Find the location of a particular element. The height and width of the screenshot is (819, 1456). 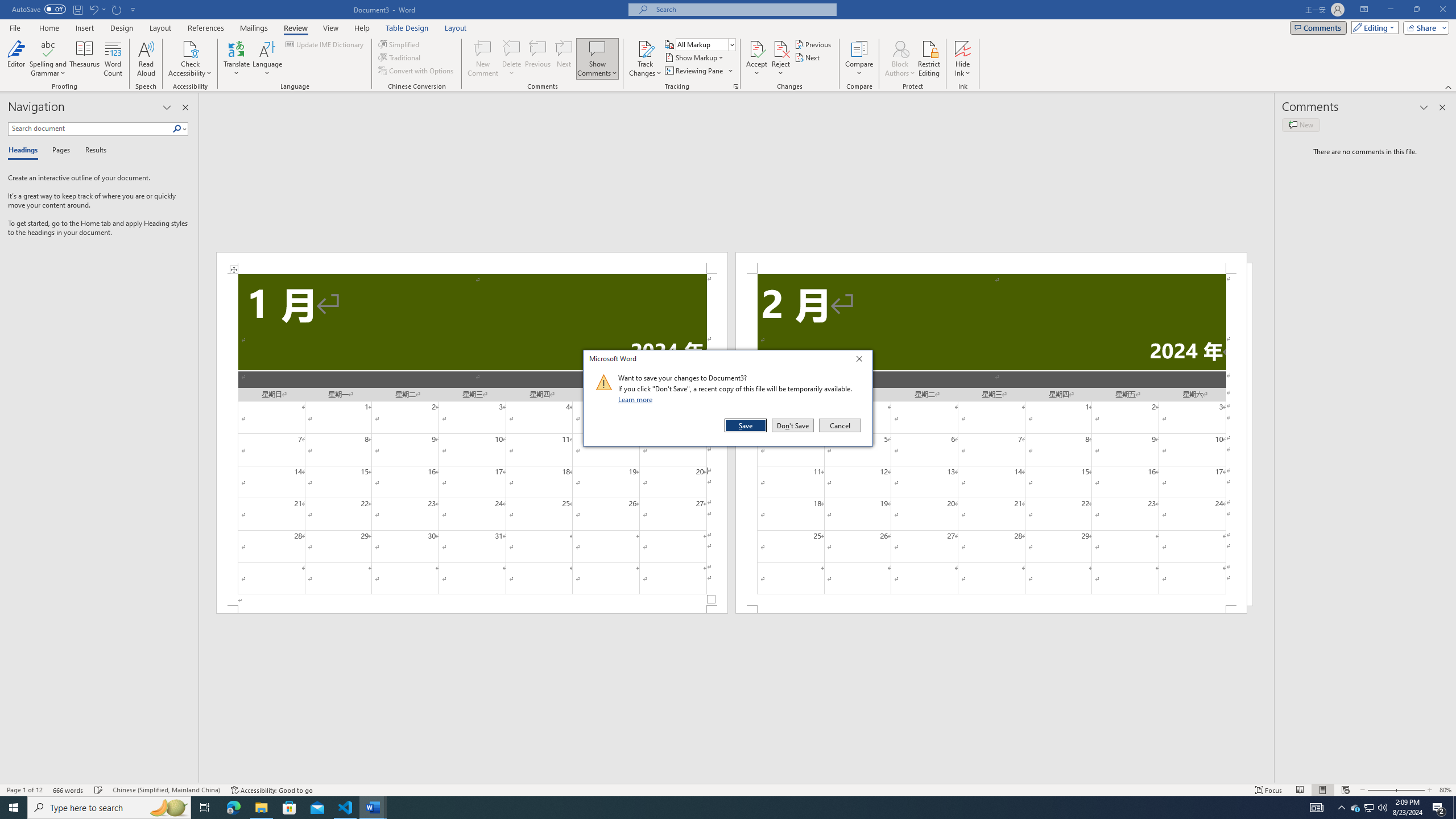

'Type here to search' is located at coordinates (109, 806).